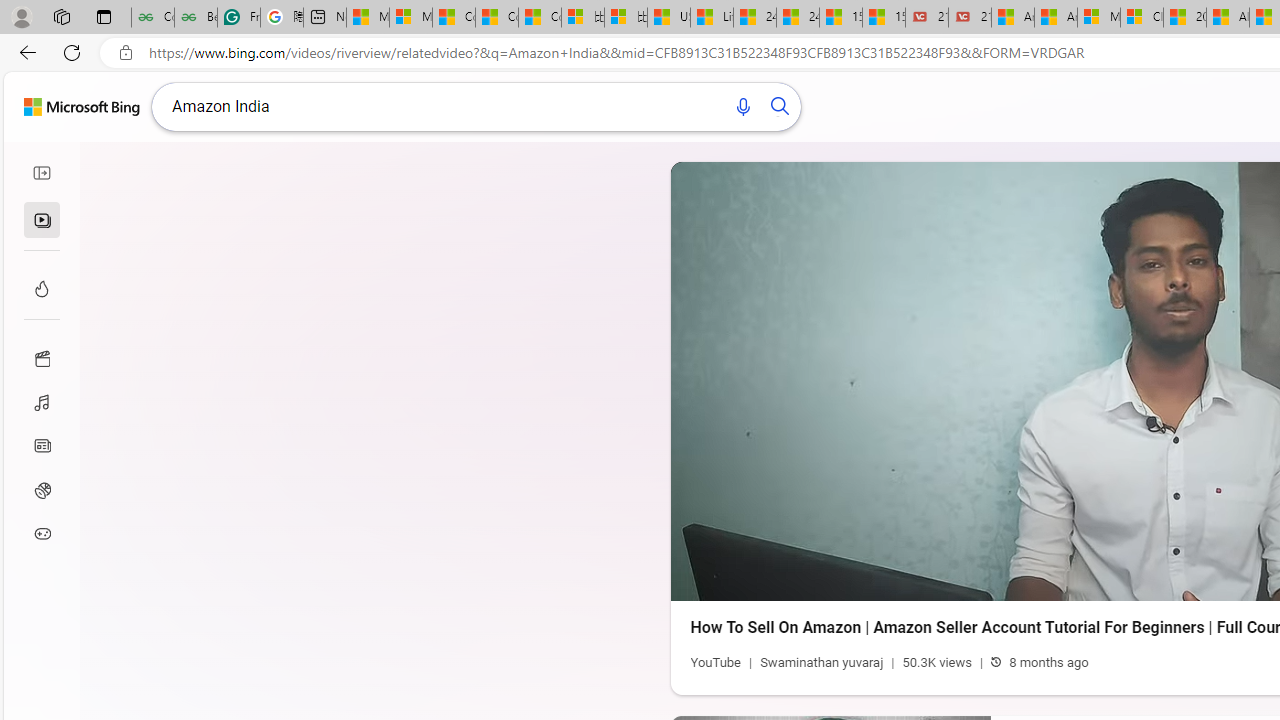 The image size is (1280, 720). What do you see at coordinates (733, 106) in the screenshot?
I see `'Search using voice'` at bounding box center [733, 106].